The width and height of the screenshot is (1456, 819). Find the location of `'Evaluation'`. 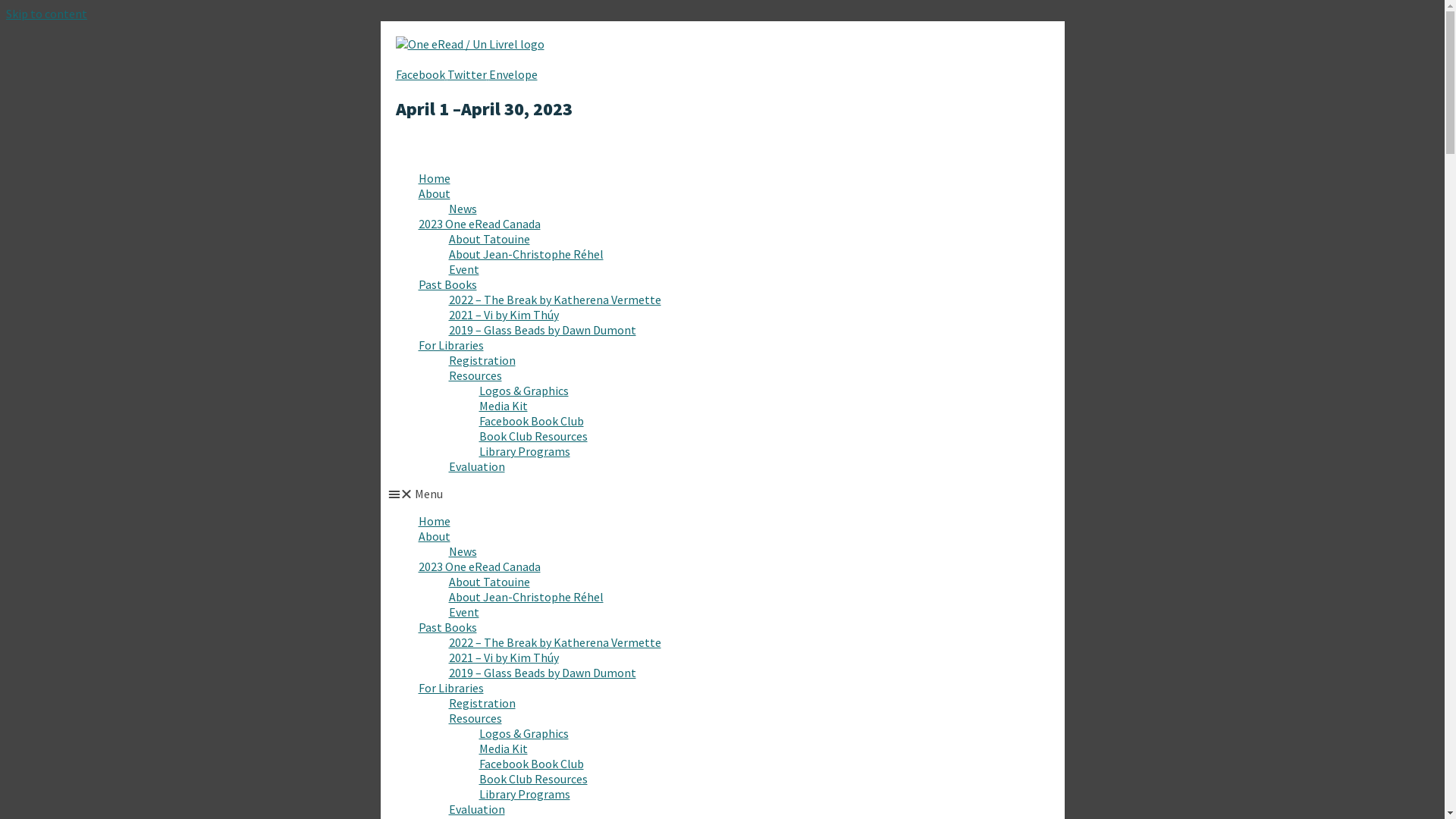

'Evaluation' is located at coordinates (475, 465).